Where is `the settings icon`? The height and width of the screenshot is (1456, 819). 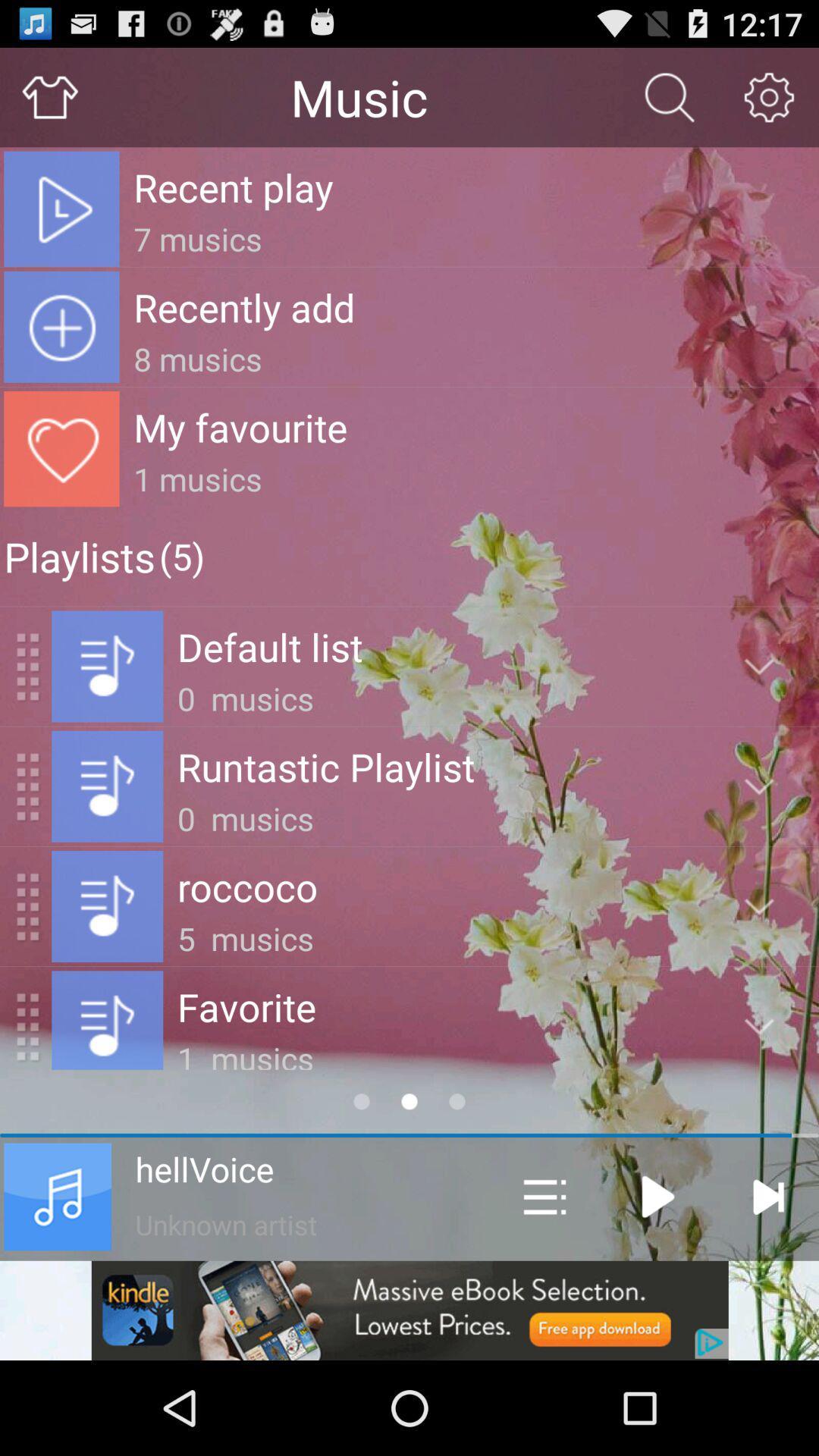
the settings icon is located at coordinates (769, 103).